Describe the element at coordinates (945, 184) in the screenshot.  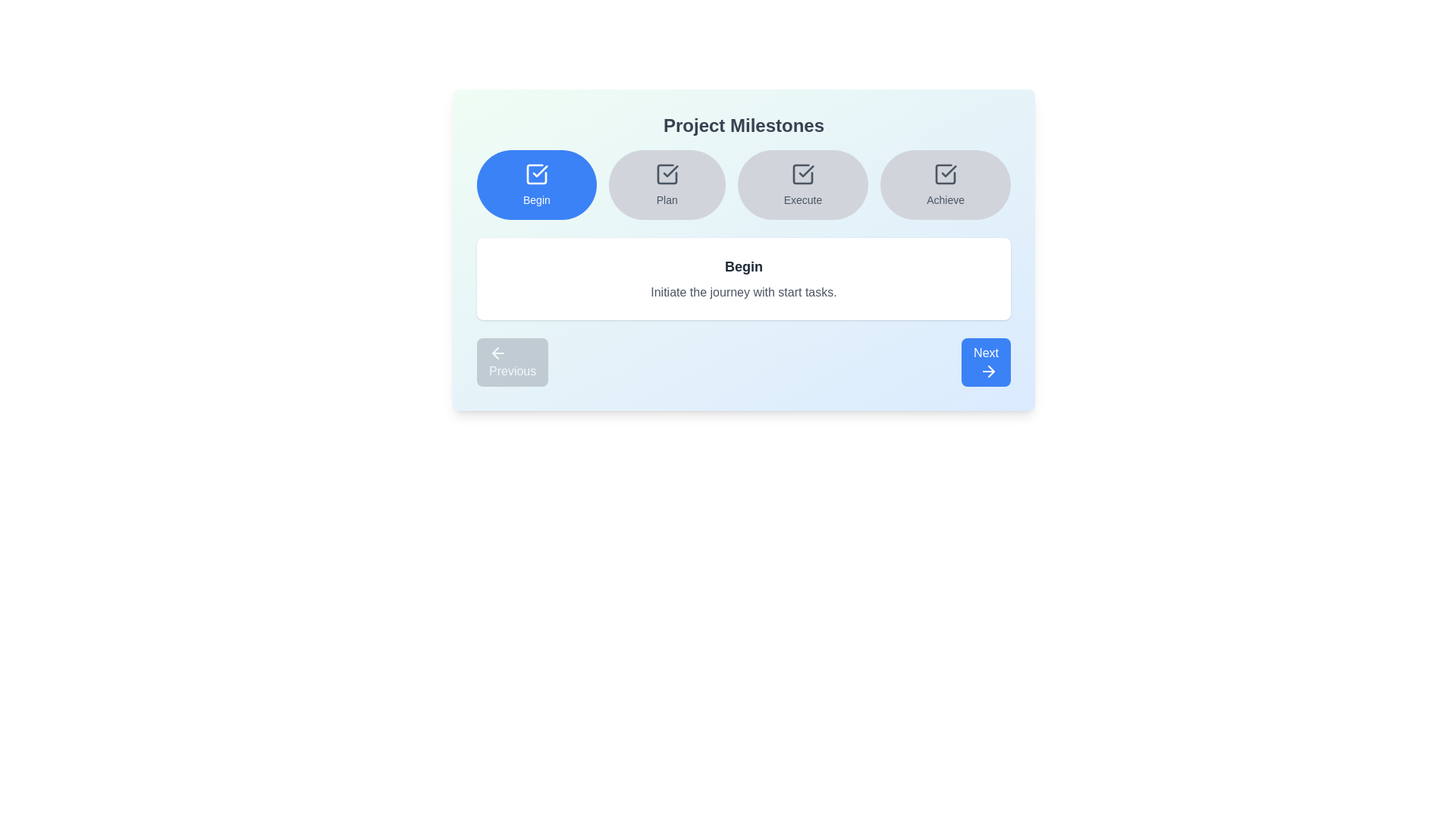
I see `the gray circular button labeled 'Achieve'` at that location.